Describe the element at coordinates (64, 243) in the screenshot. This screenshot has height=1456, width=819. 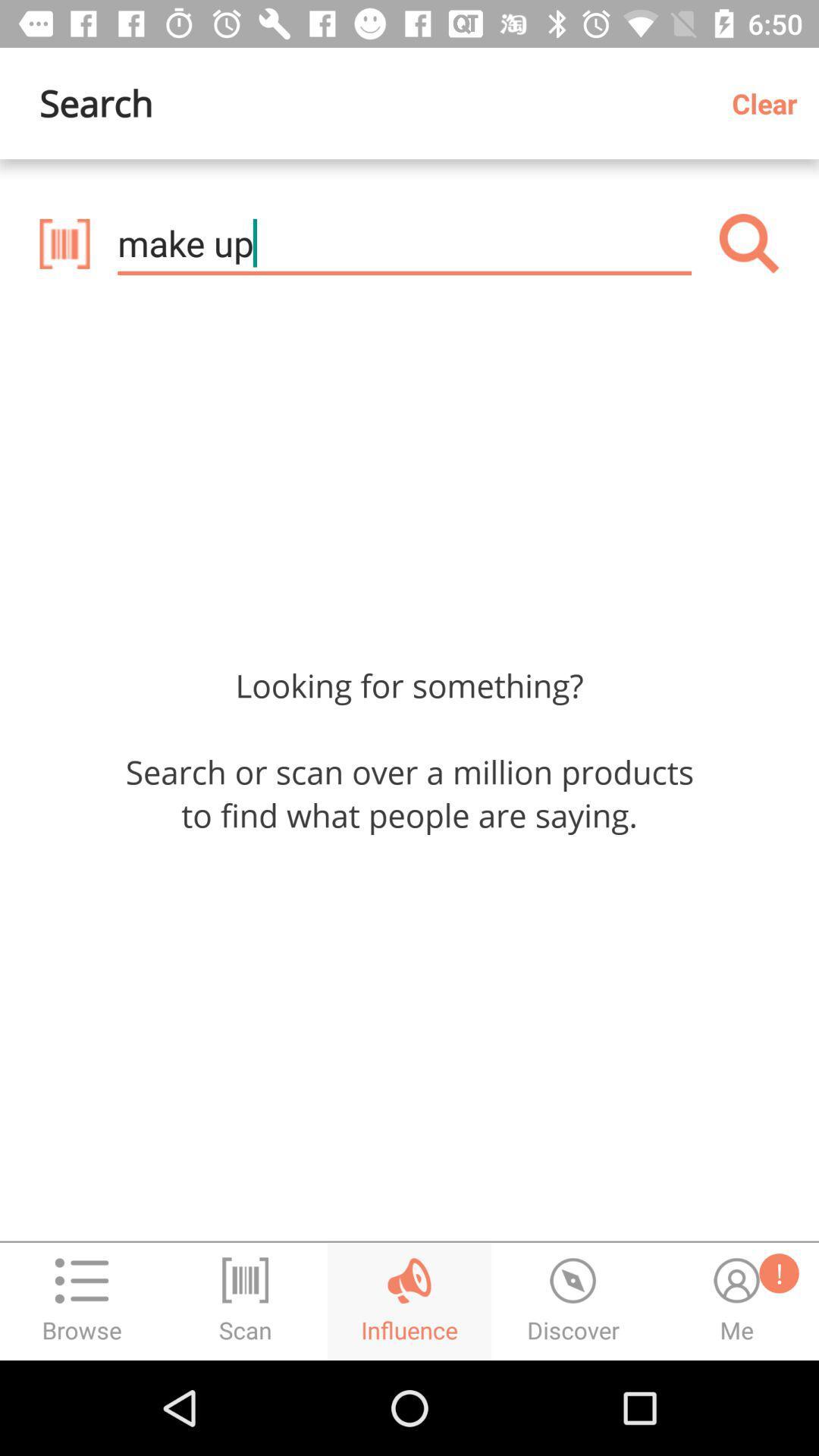
I see `scan product barcode` at that location.